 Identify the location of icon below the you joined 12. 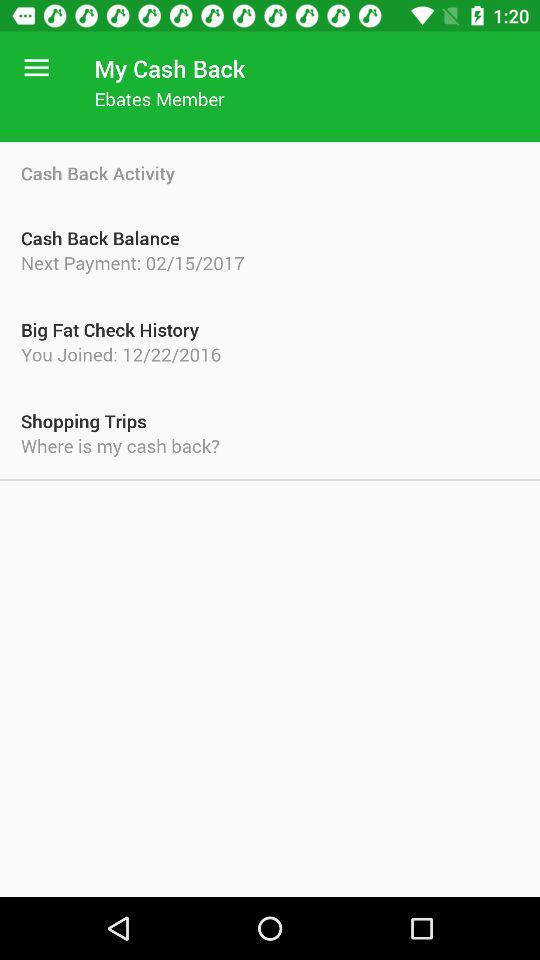
(270, 421).